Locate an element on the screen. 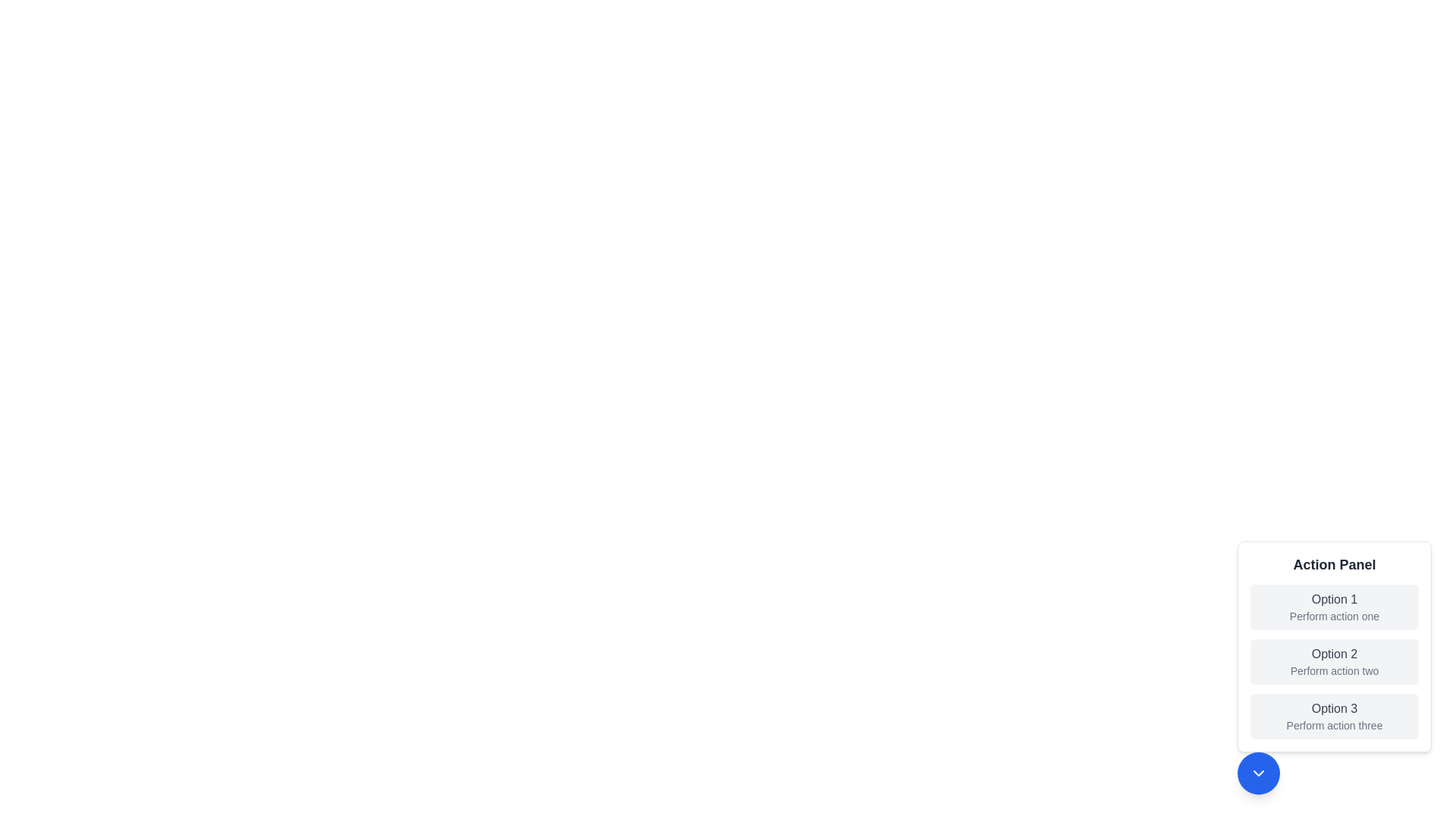 Image resolution: width=1456 pixels, height=819 pixels. the text label displaying 'Perform action one' which is located below the 'Option 1' header in the segmented option panel is located at coordinates (1335, 617).